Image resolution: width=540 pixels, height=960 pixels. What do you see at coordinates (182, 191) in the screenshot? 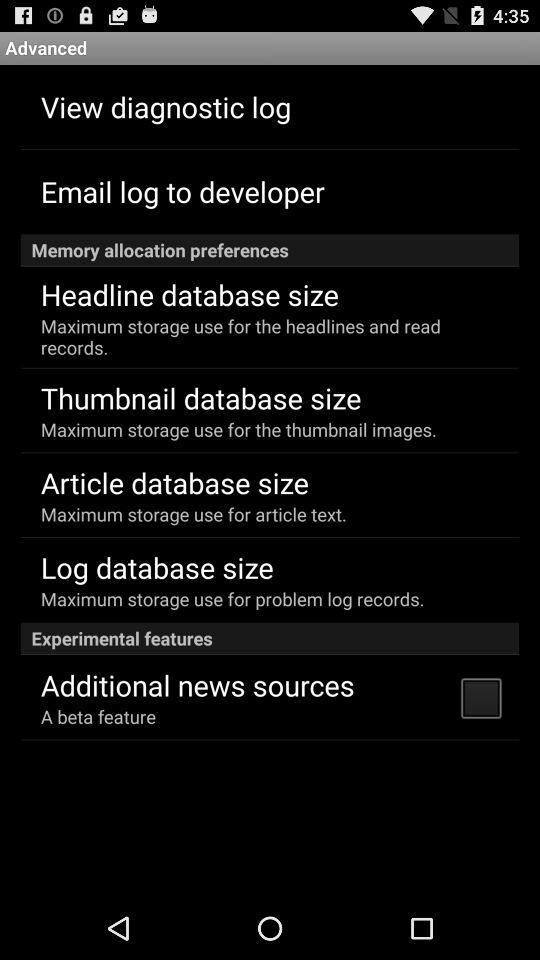
I see `item above the memory allocation preferences` at bounding box center [182, 191].